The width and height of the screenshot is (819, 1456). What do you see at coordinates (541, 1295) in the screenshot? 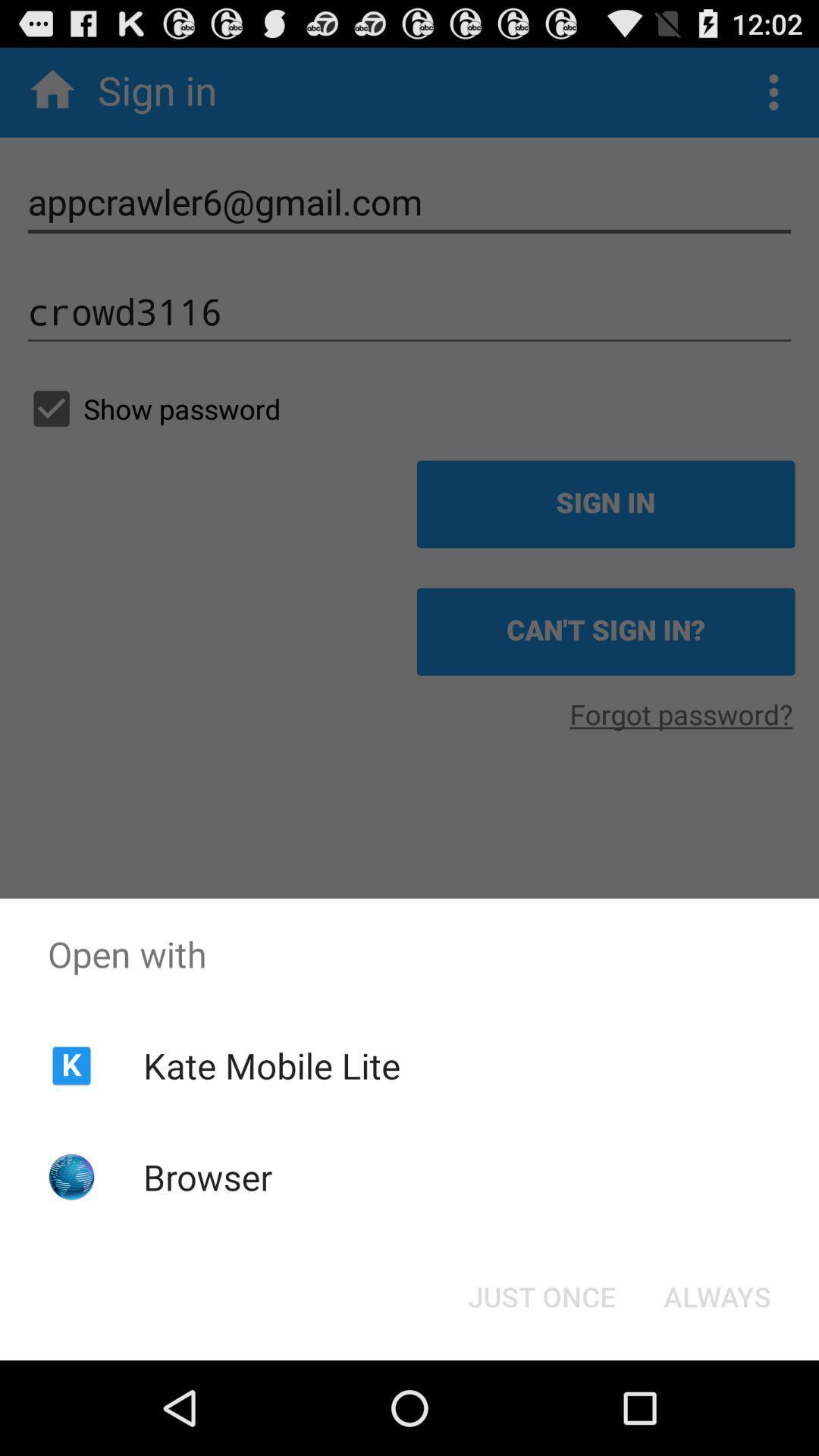
I see `the just once at the bottom` at bounding box center [541, 1295].